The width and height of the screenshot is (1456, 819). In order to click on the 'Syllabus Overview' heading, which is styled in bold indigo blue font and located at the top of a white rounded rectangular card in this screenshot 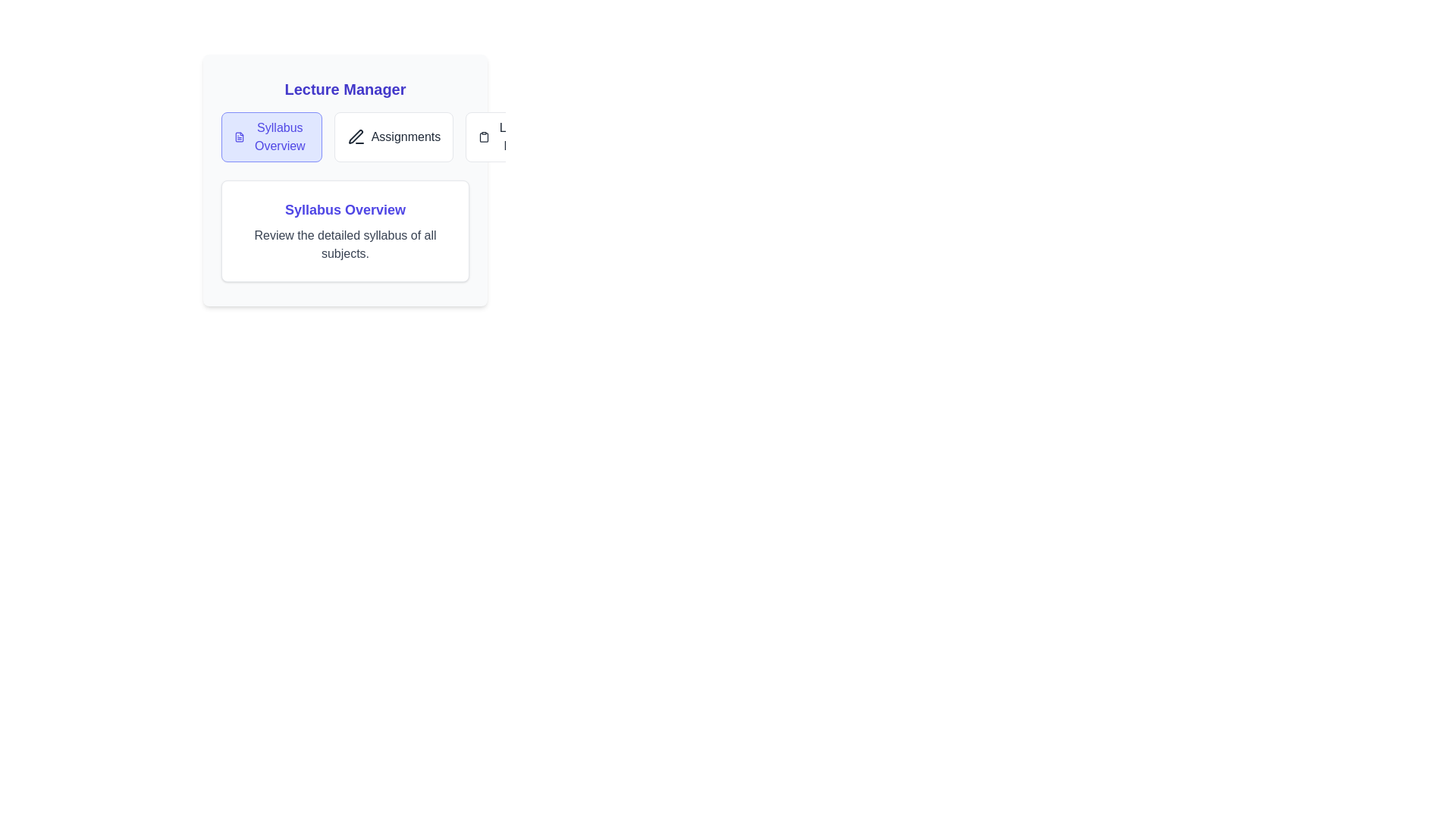, I will do `click(344, 210)`.